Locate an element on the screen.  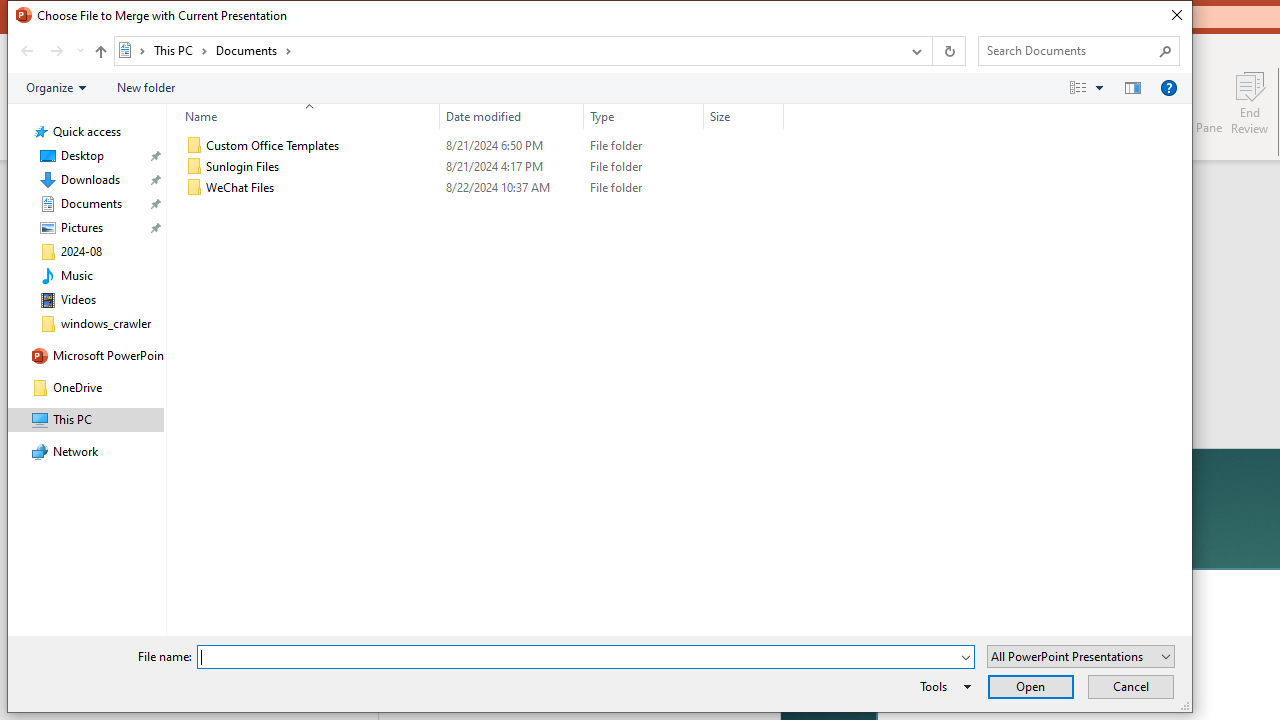
'Filter dropdown' is located at coordinates (774, 116).